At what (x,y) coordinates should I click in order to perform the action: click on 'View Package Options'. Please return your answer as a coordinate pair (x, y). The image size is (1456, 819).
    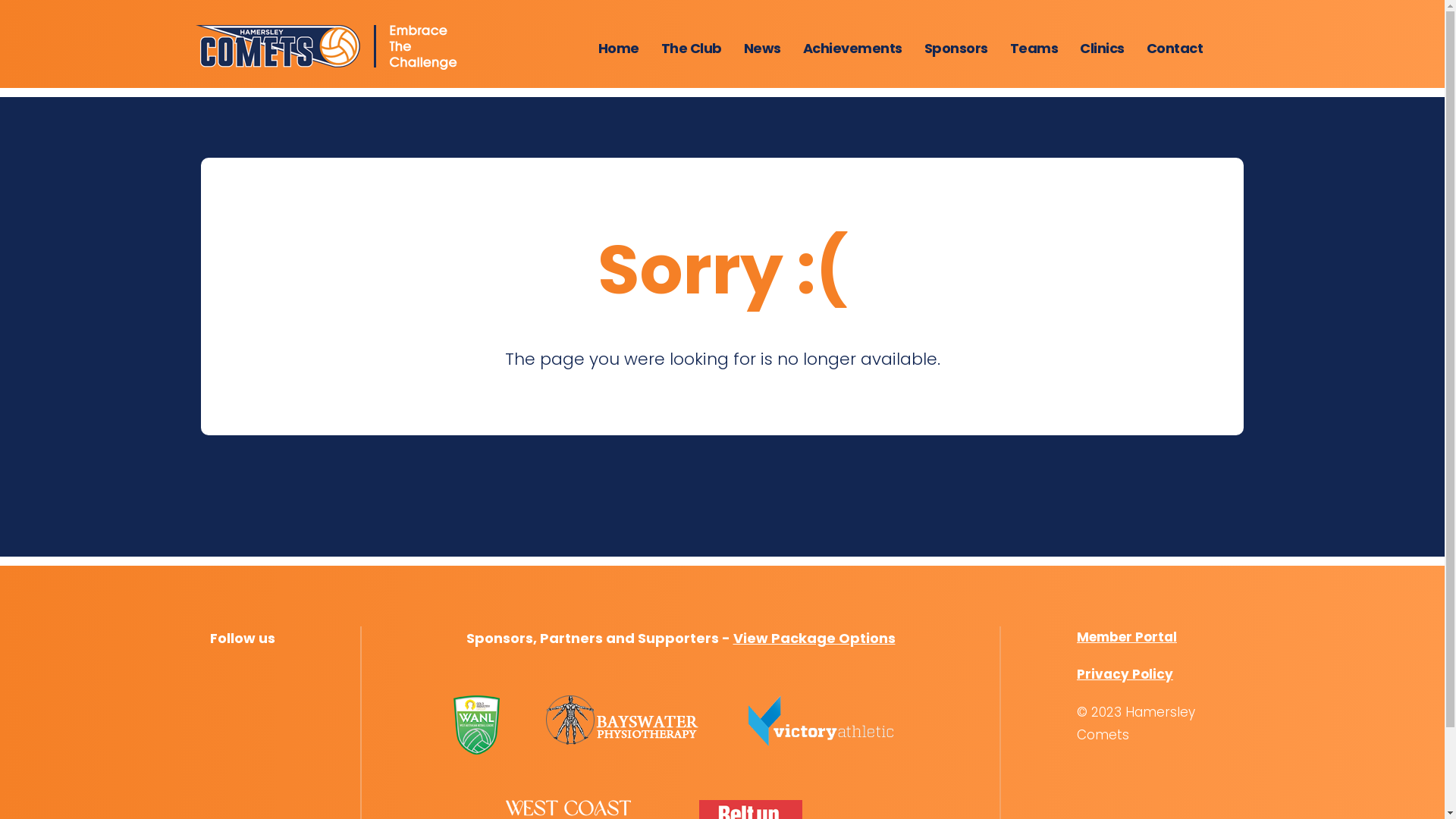
    Looking at the image, I should click on (813, 637).